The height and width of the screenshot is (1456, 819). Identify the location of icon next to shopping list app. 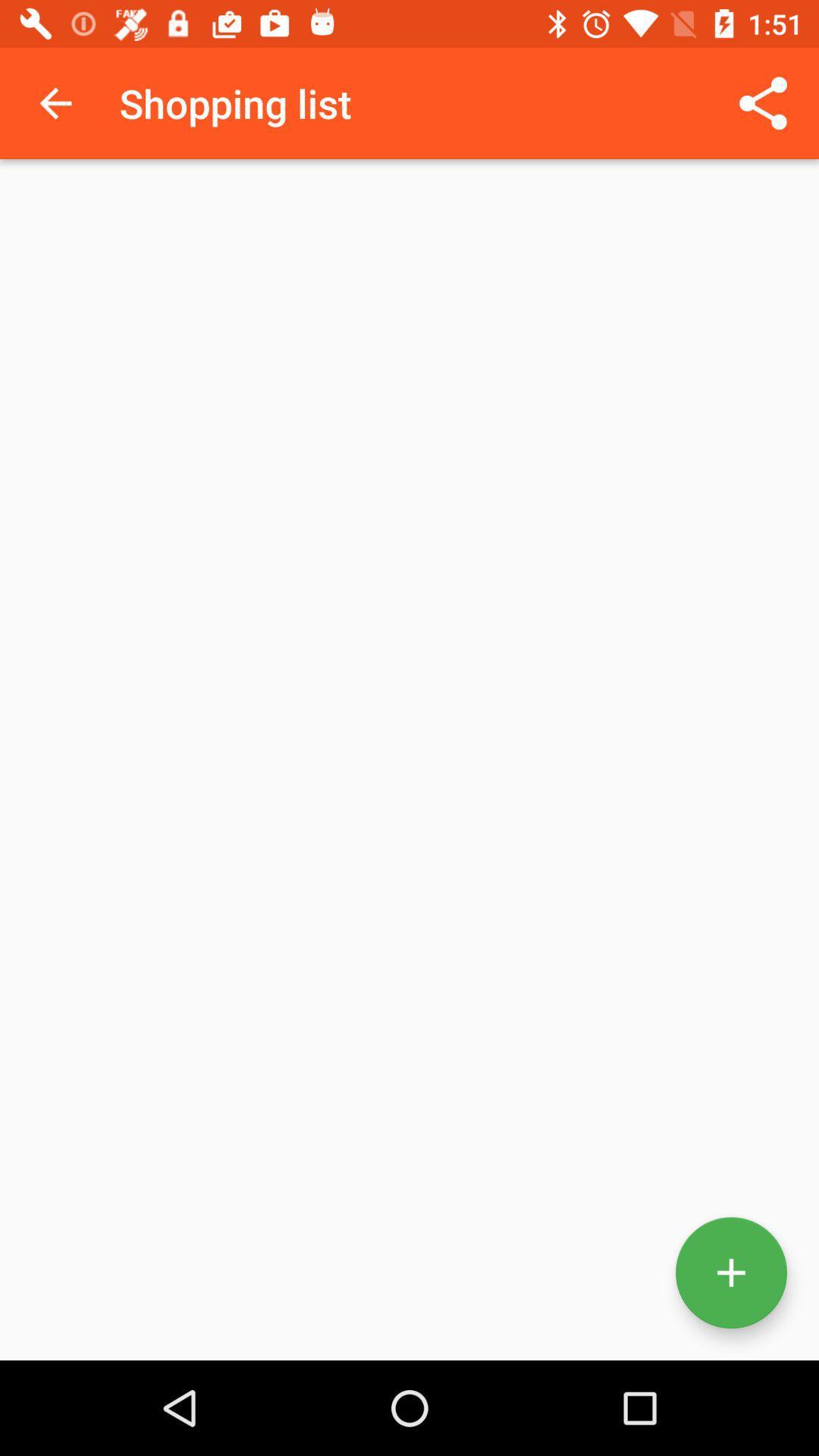
(763, 102).